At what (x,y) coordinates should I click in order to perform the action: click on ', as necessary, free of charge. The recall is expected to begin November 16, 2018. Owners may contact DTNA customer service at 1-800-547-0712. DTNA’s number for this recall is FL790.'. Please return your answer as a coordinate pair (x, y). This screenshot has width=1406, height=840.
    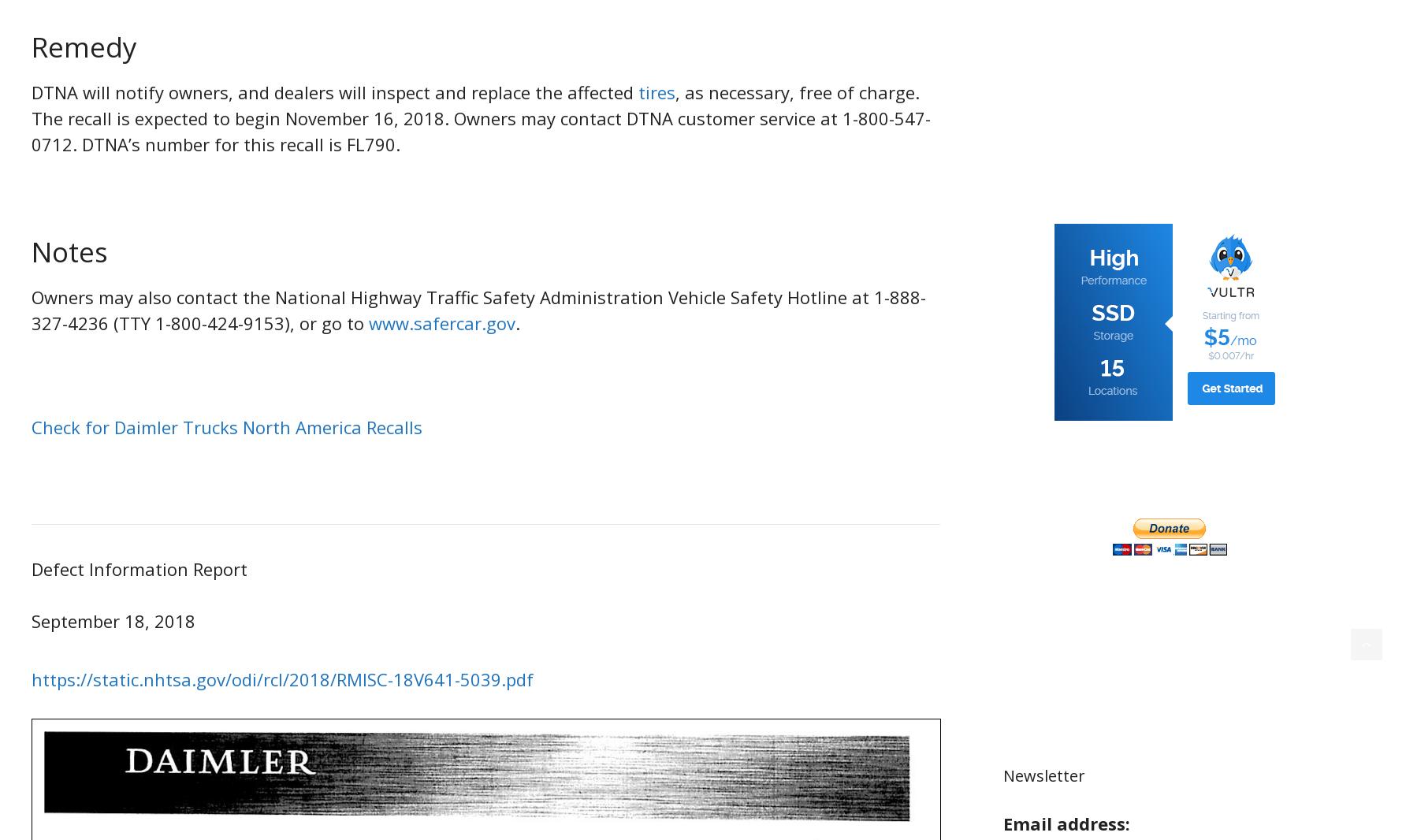
    Looking at the image, I should click on (480, 117).